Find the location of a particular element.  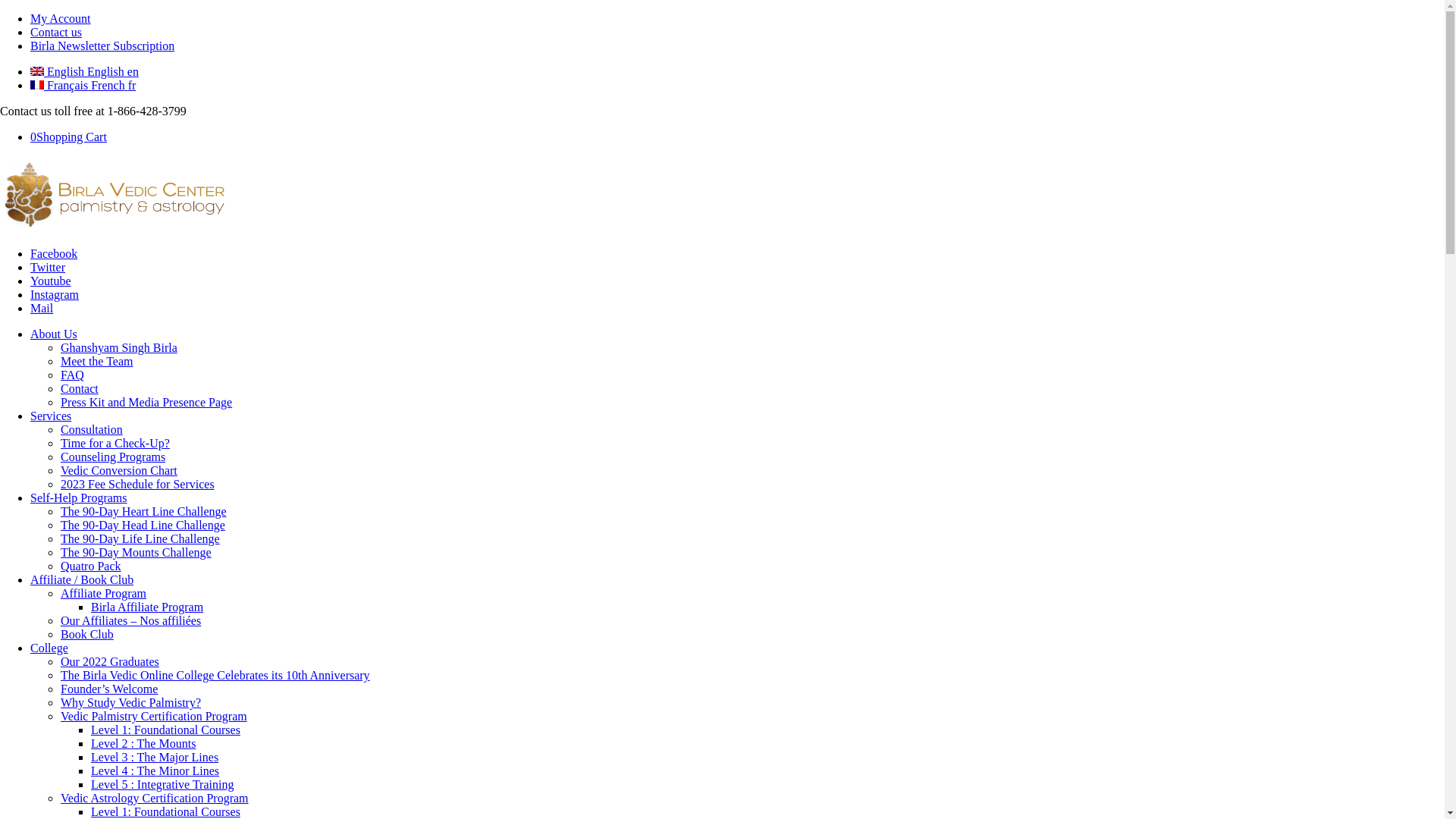

'Services' is located at coordinates (51, 416).